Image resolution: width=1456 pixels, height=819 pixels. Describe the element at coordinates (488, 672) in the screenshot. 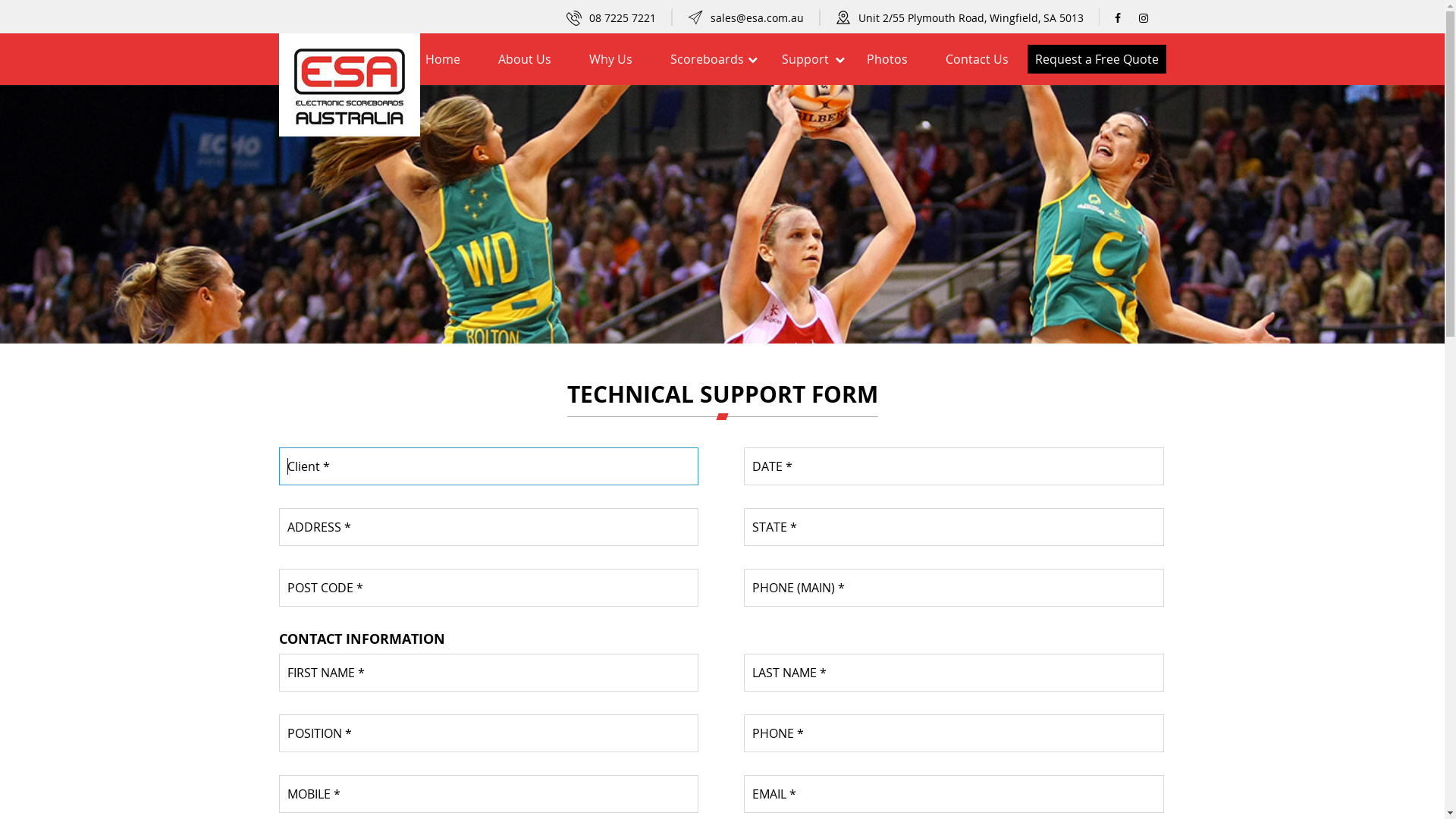

I see `'FIRST NAME'` at that location.